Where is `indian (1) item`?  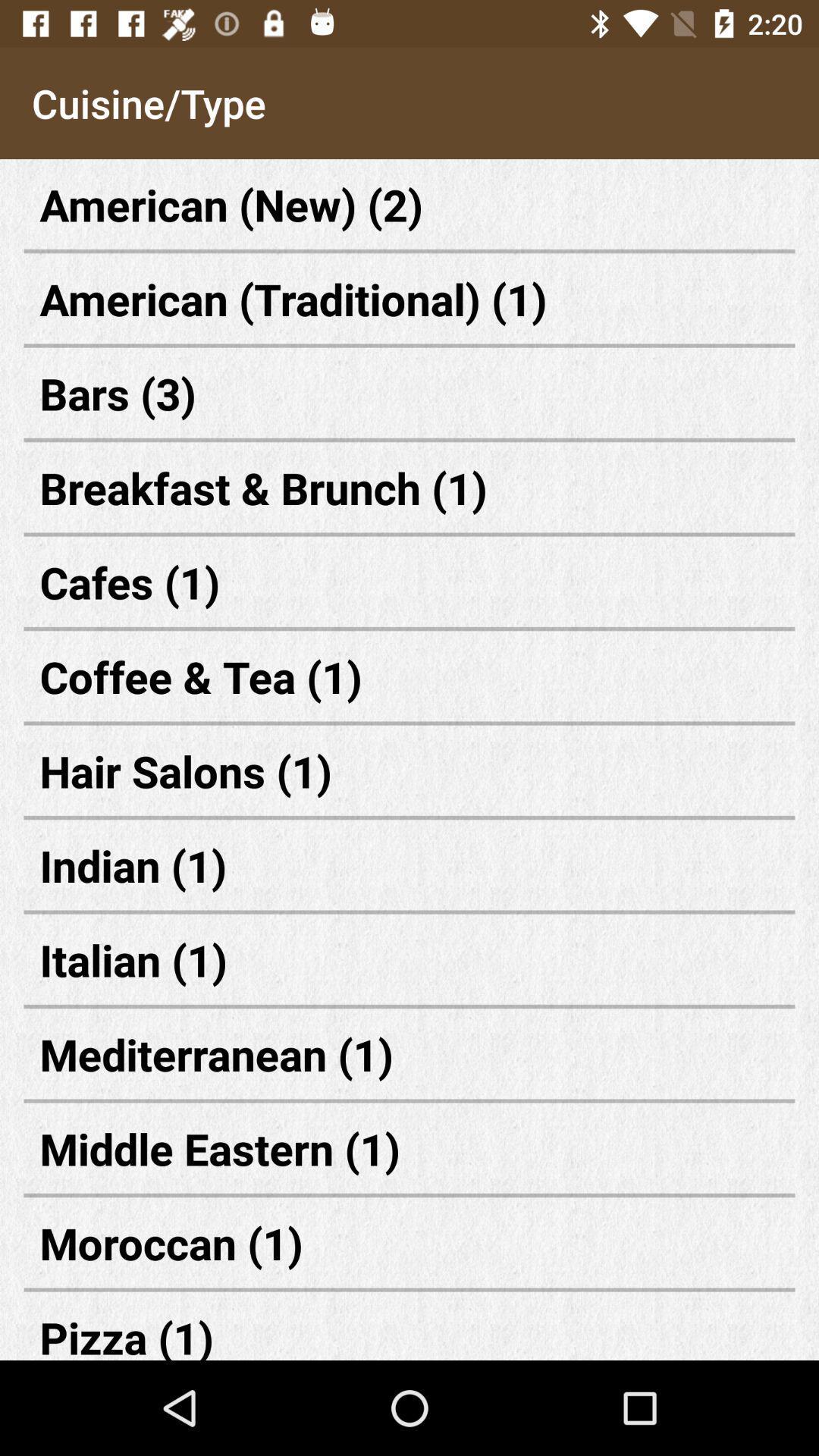 indian (1) item is located at coordinates (409, 865).